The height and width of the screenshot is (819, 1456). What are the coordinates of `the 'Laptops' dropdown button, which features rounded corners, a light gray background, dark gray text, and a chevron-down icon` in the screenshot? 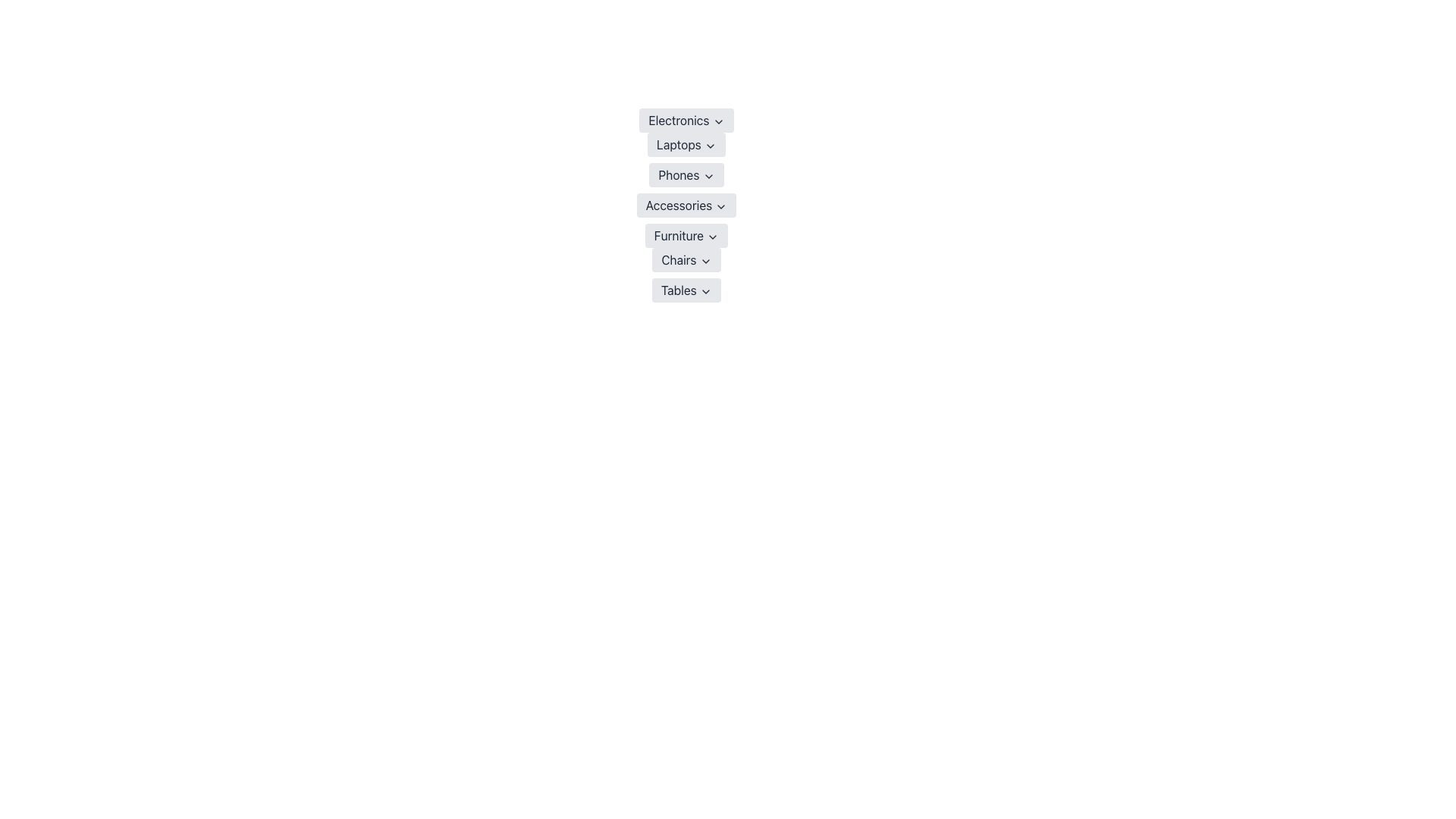 It's located at (686, 145).